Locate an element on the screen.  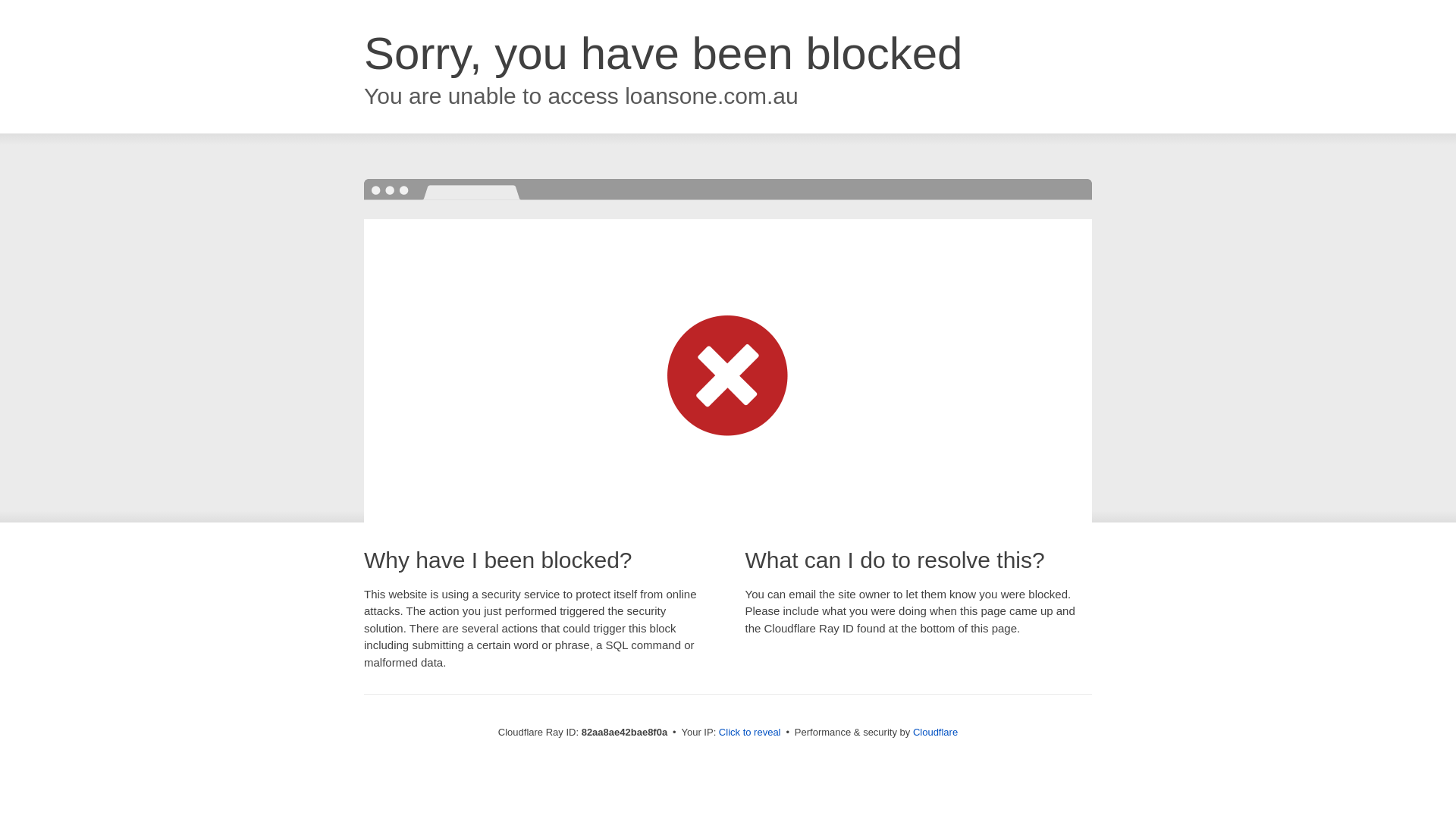
'Cloudflare' is located at coordinates (934, 731).